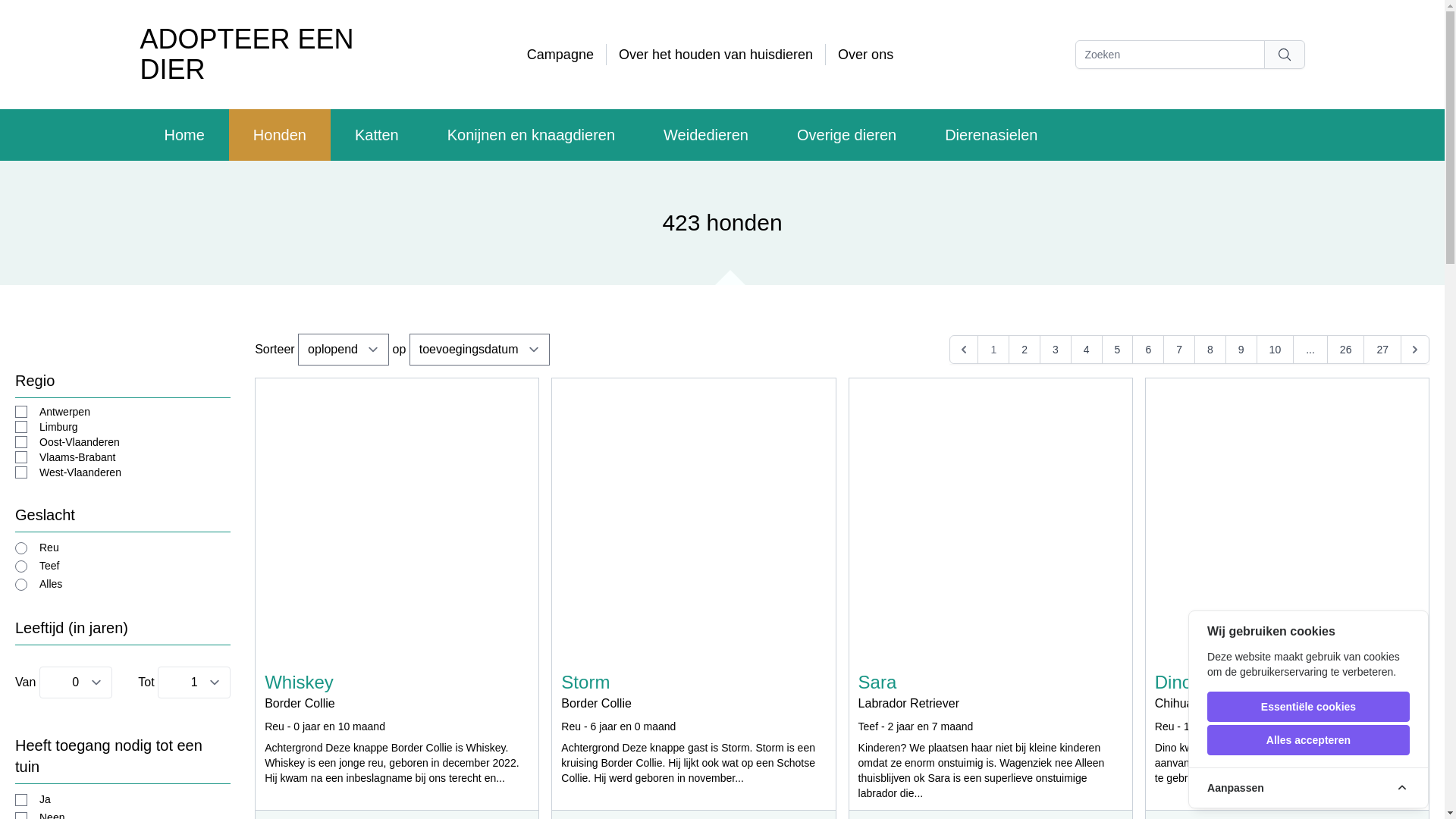 The image size is (1456, 819). What do you see at coordinates (1346, 350) in the screenshot?
I see `'26'` at bounding box center [1346, 350].